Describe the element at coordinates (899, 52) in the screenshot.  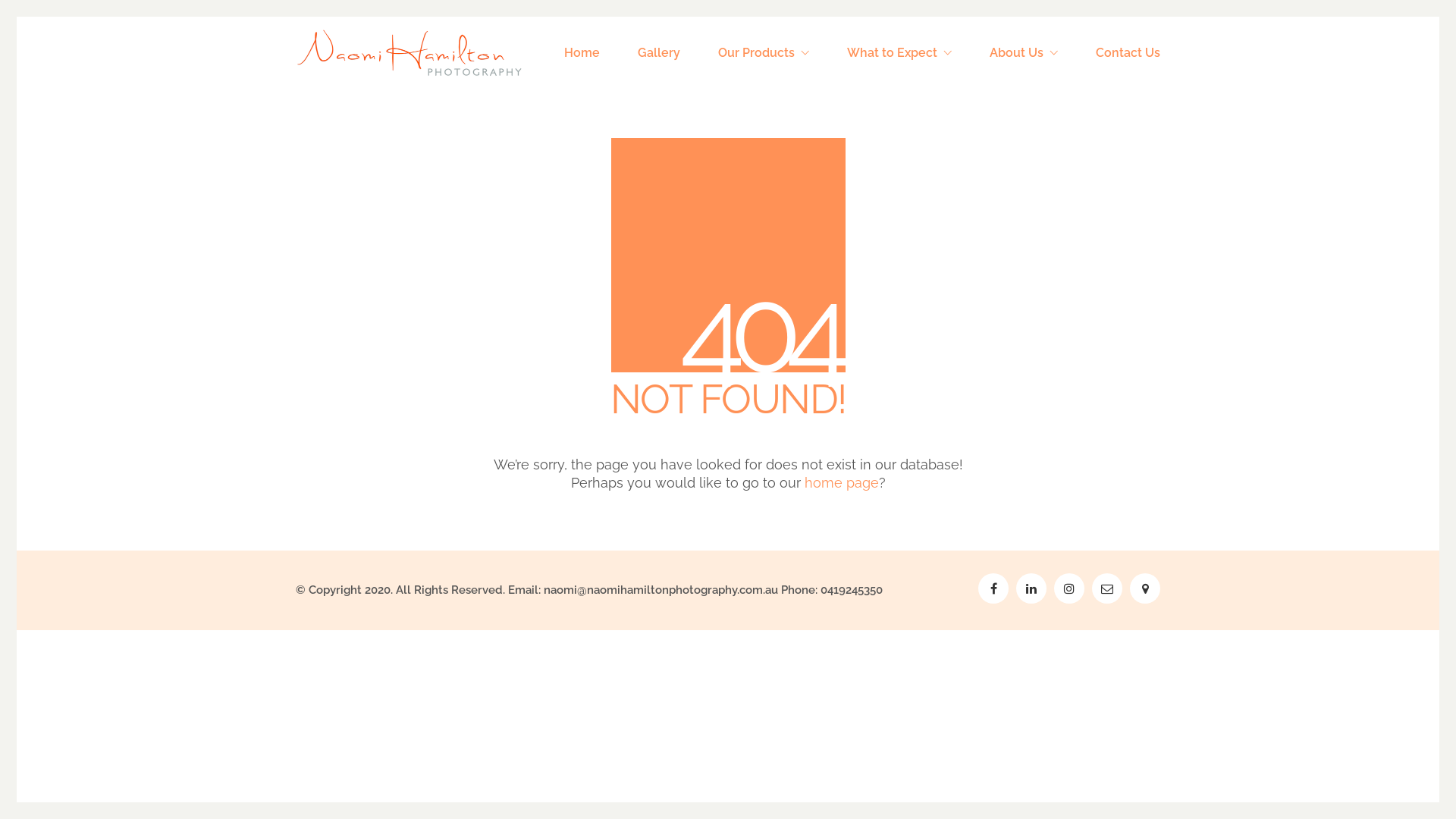
I see `'What to Expect'` at that location.